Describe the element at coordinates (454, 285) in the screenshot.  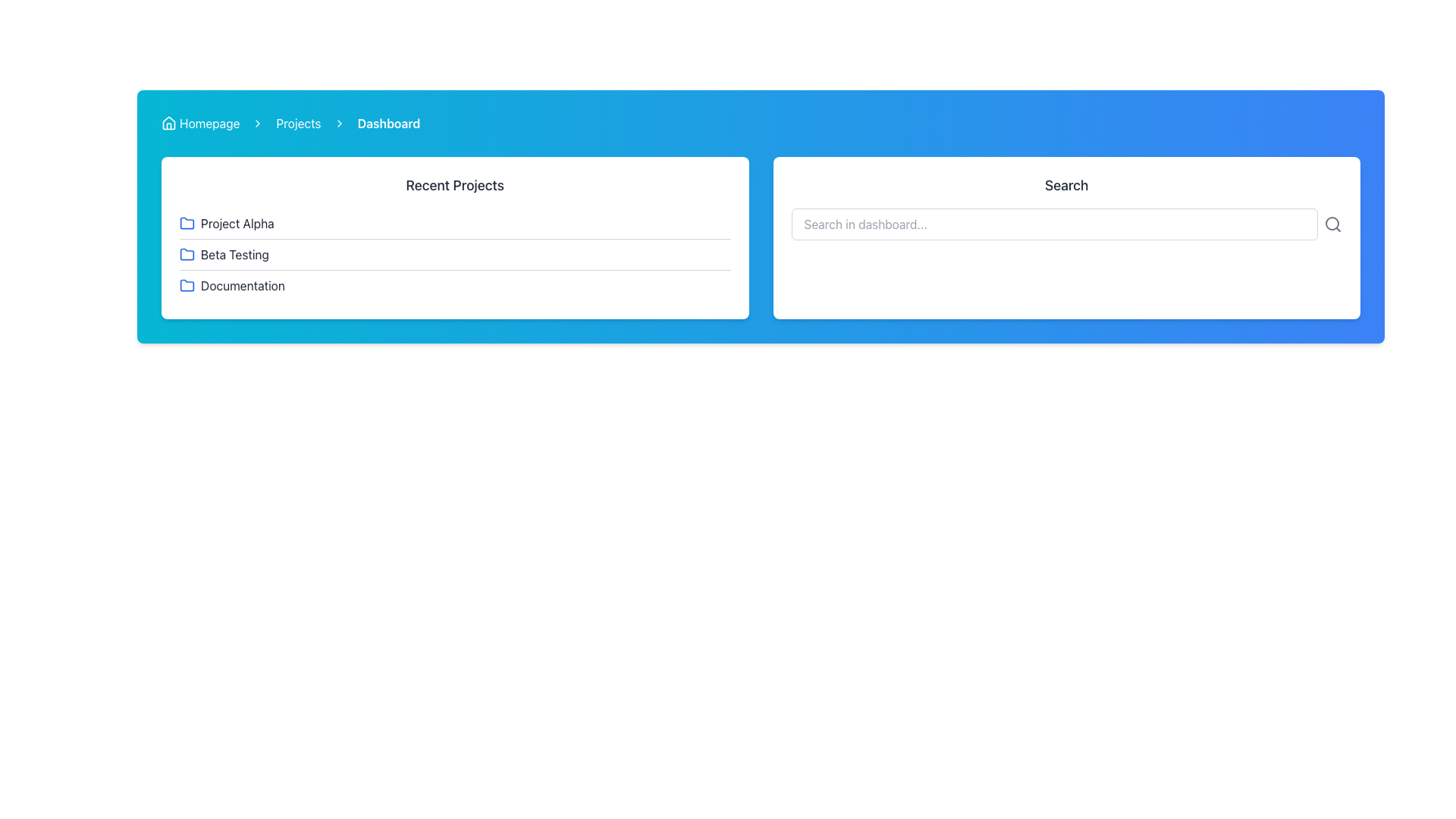
I see `the third button in the 'Recent Projects' section` at that location.